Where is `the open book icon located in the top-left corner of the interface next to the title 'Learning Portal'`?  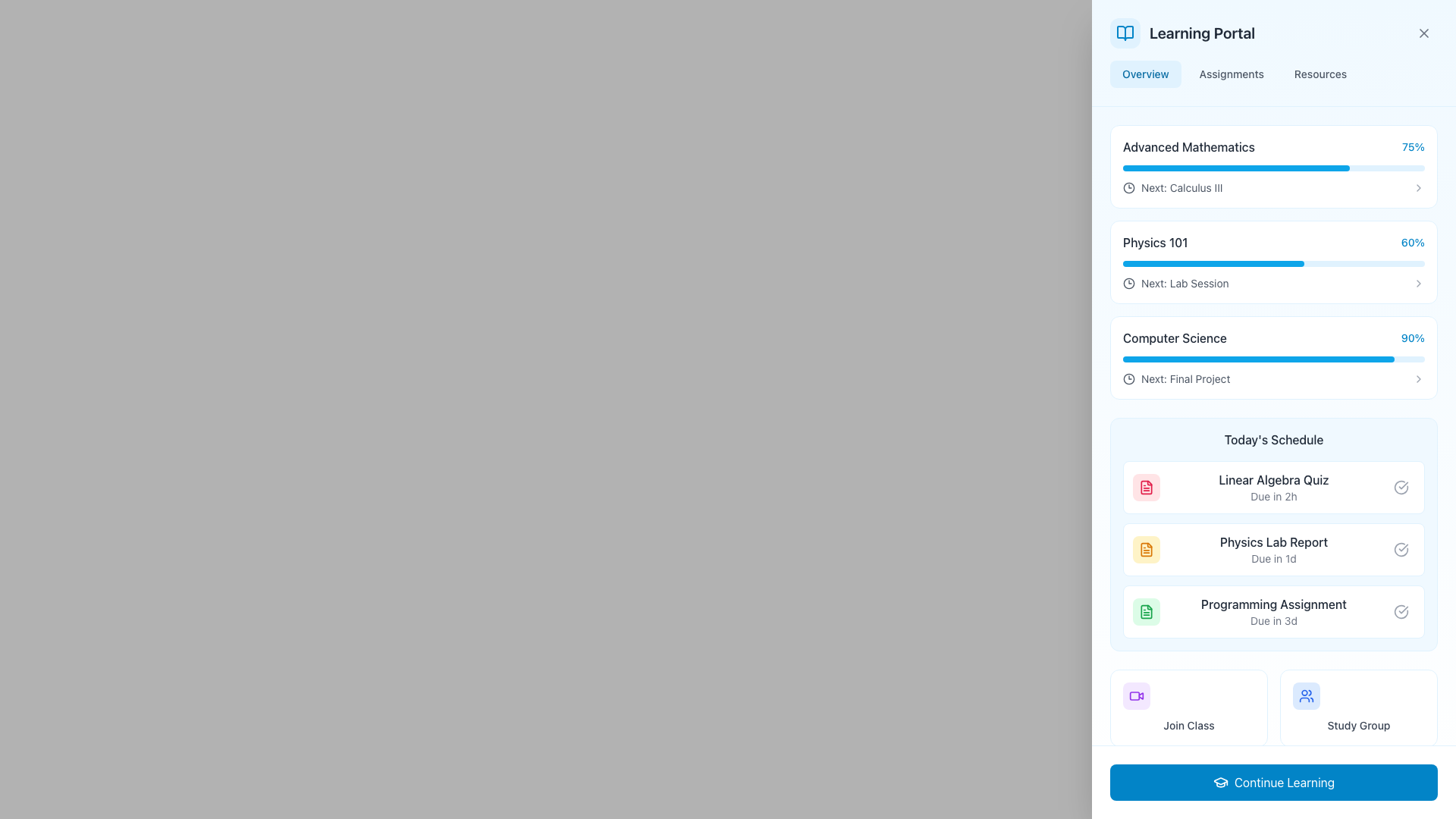
the open book icon located in the top-left corner of the interface next to the title 'Learning Portal' is located at coordinates (1125, 33).